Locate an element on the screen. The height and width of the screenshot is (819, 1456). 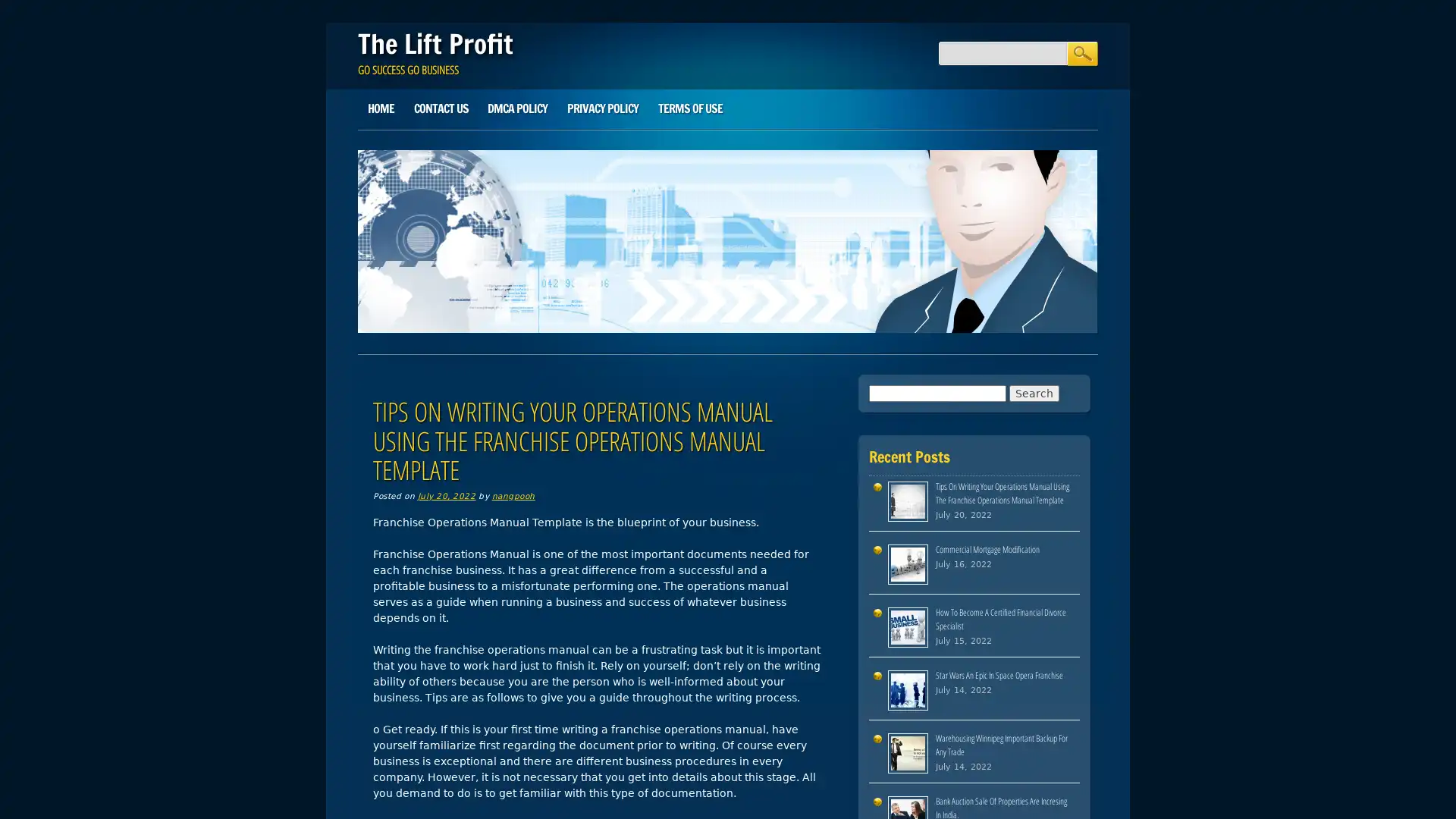
Search is located at coordinates (1033, 391).